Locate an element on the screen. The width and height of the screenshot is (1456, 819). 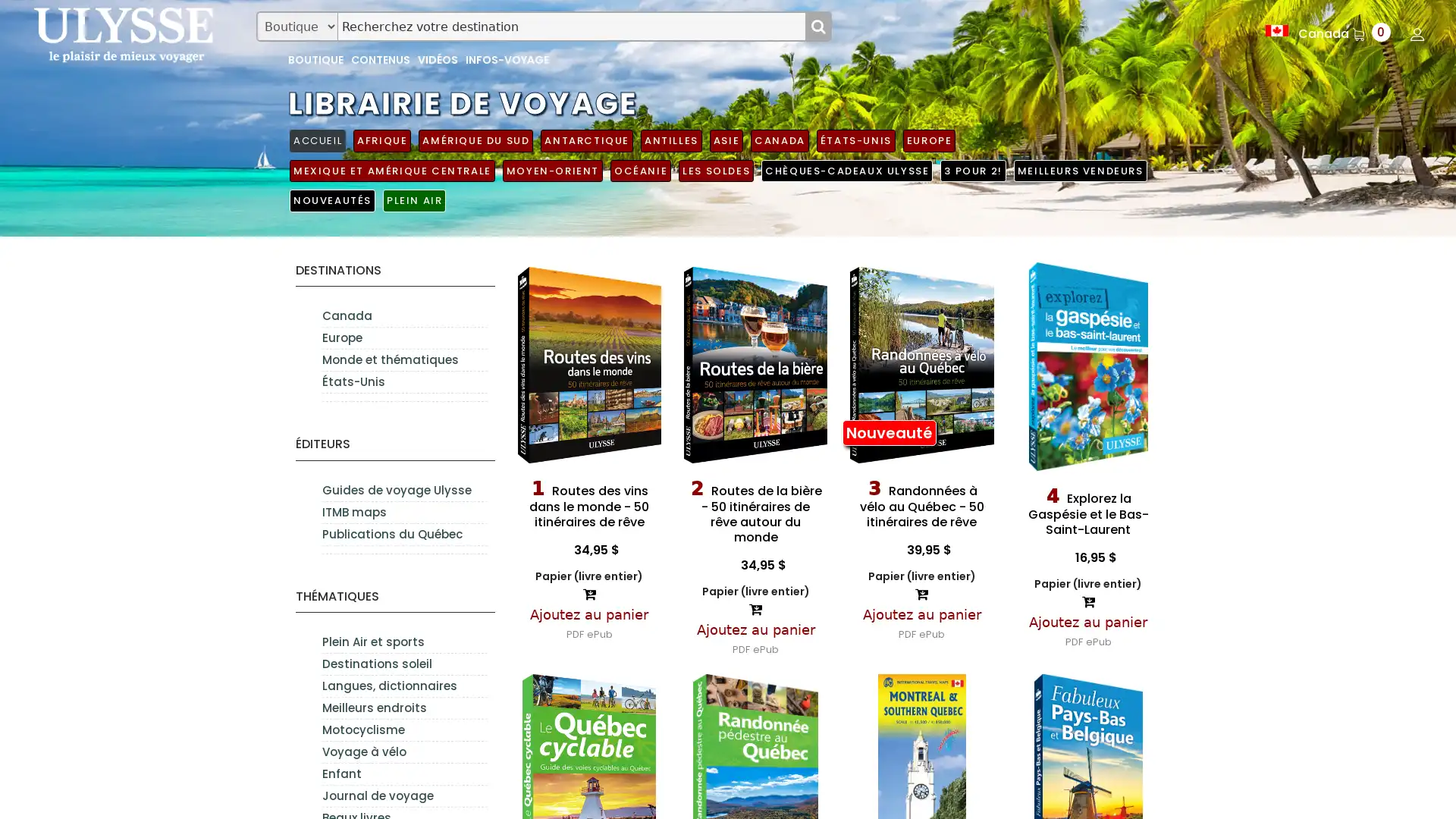
NOUVEAUTES is located at coordinates (331, 199).